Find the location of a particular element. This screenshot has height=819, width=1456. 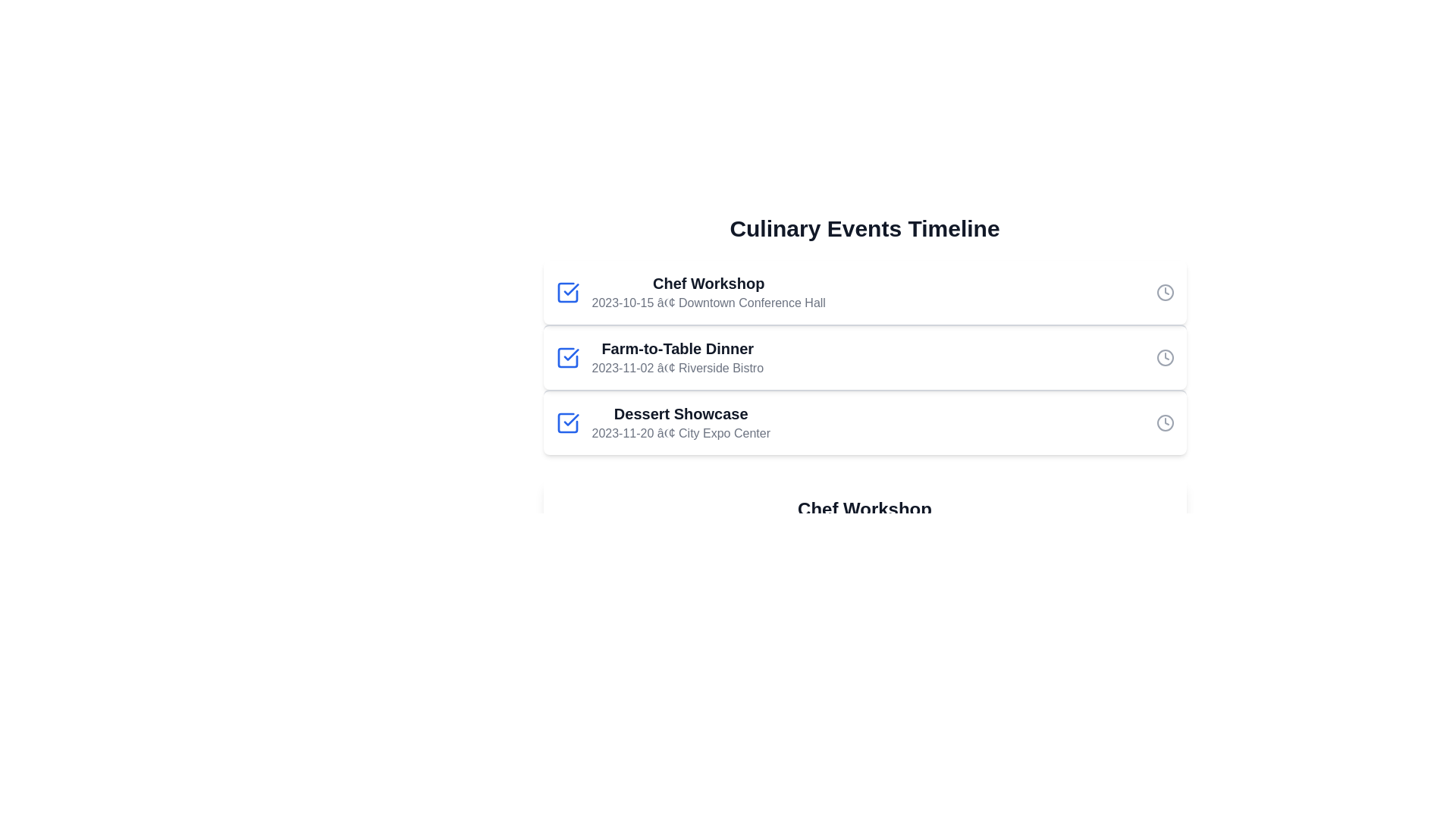

the status marker icon associated with the 'Dessert Showcase' entry to interact with it is located at coordinates (566, 423).